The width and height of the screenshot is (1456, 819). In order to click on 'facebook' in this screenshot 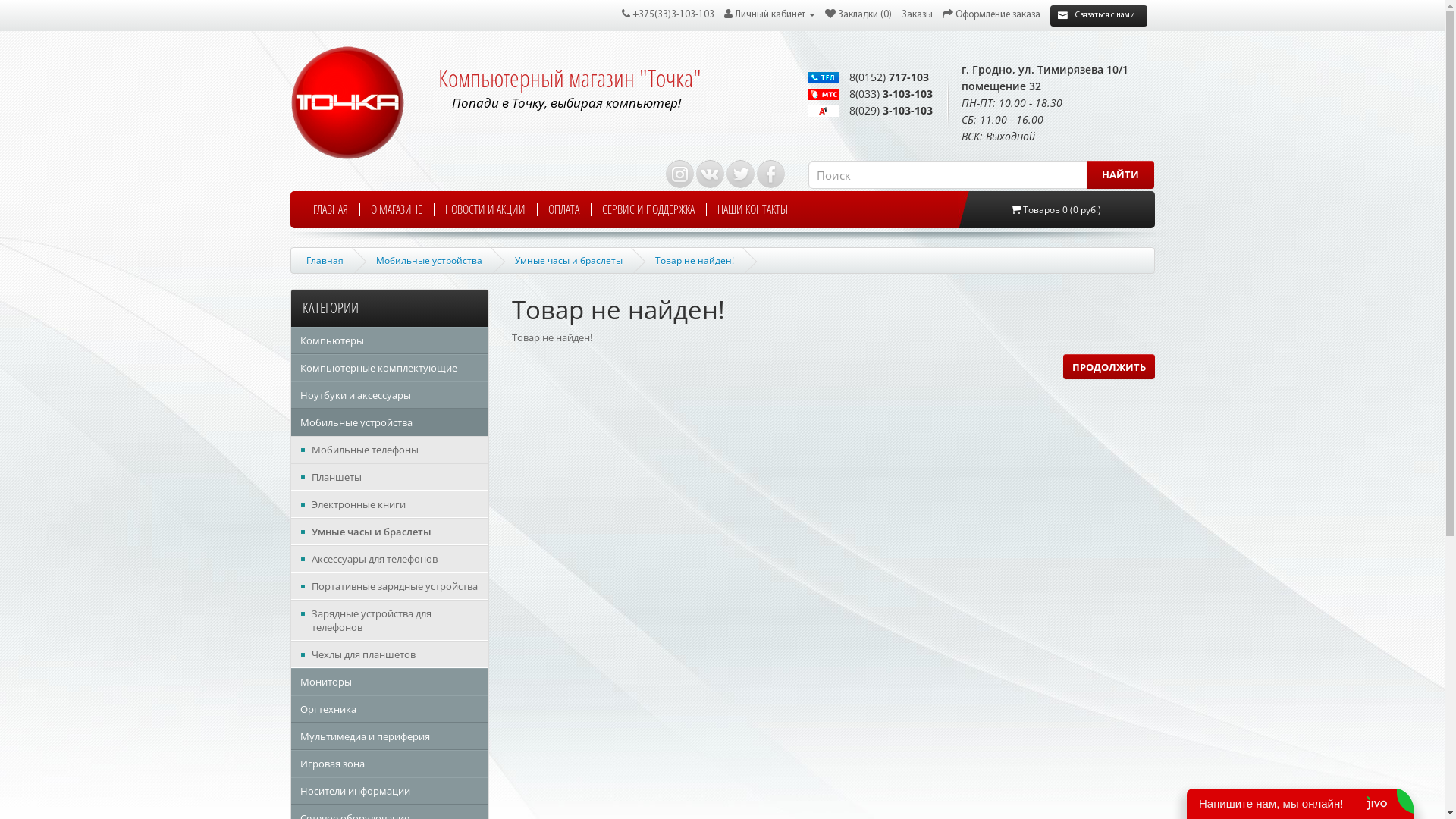, I will do `click(770, 173)`.